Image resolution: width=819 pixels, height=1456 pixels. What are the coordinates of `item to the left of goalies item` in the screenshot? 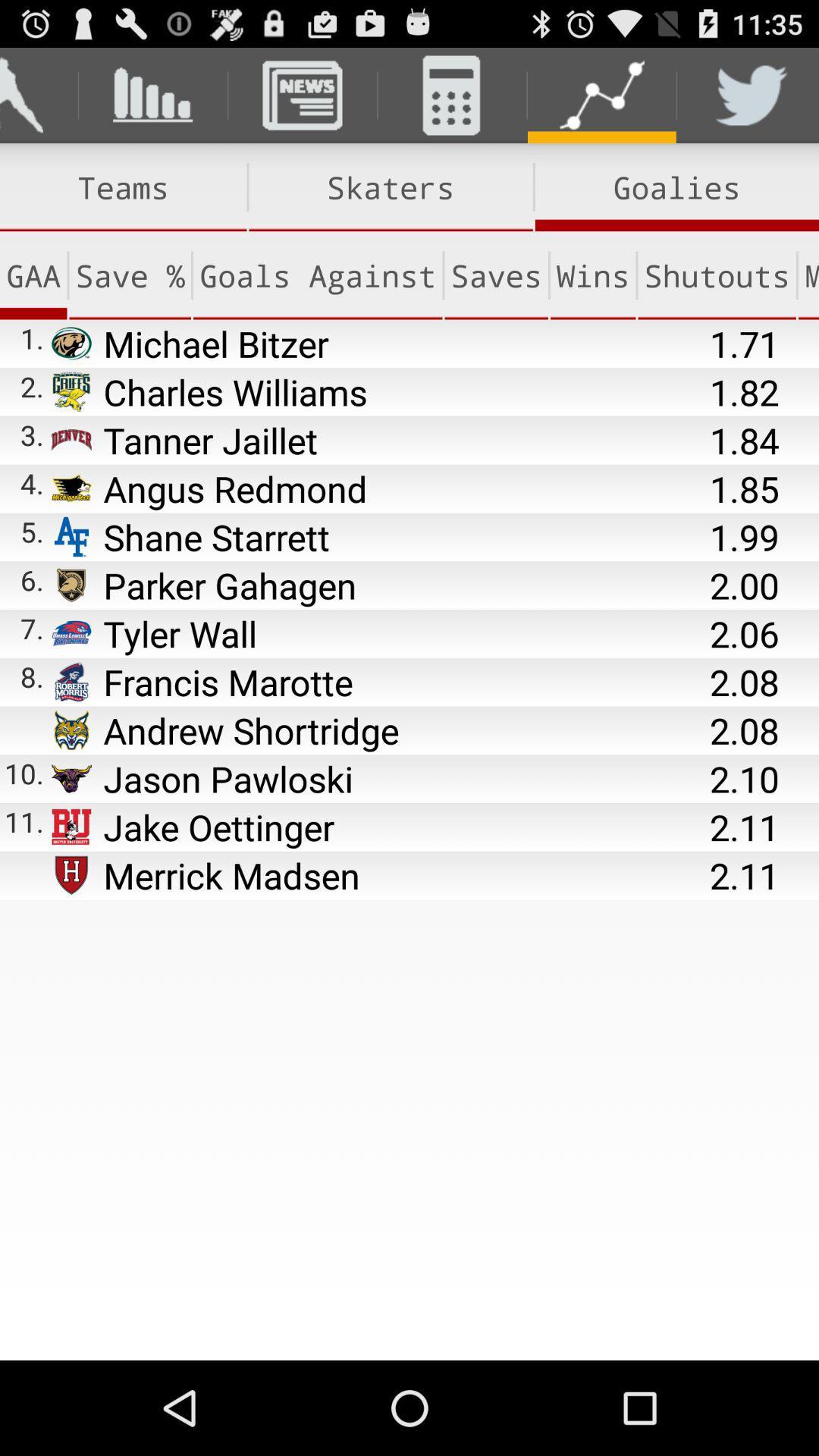 It's located at (390, 187).